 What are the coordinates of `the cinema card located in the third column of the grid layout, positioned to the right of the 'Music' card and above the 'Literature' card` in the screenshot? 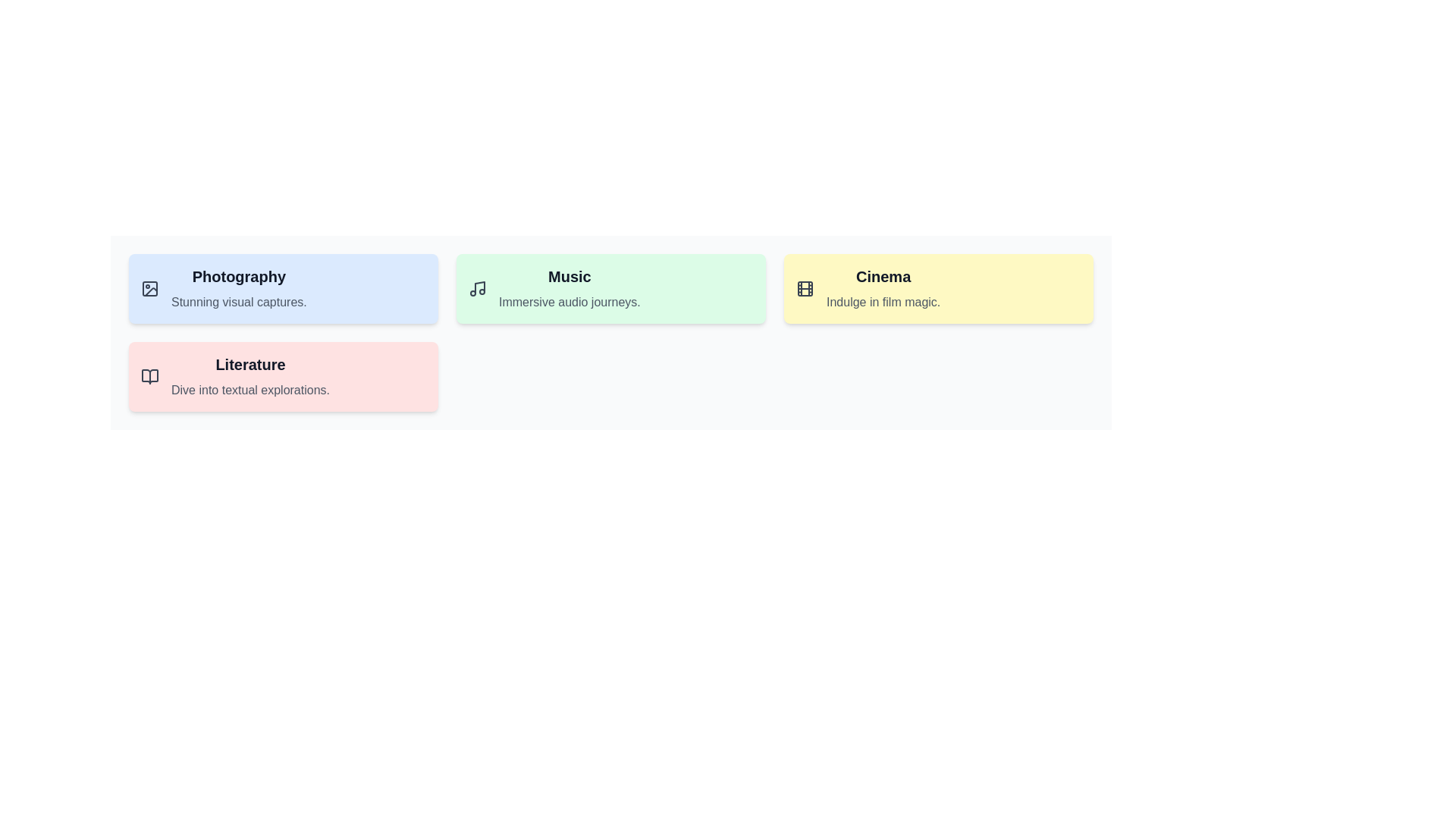 It's located at (938, 289).